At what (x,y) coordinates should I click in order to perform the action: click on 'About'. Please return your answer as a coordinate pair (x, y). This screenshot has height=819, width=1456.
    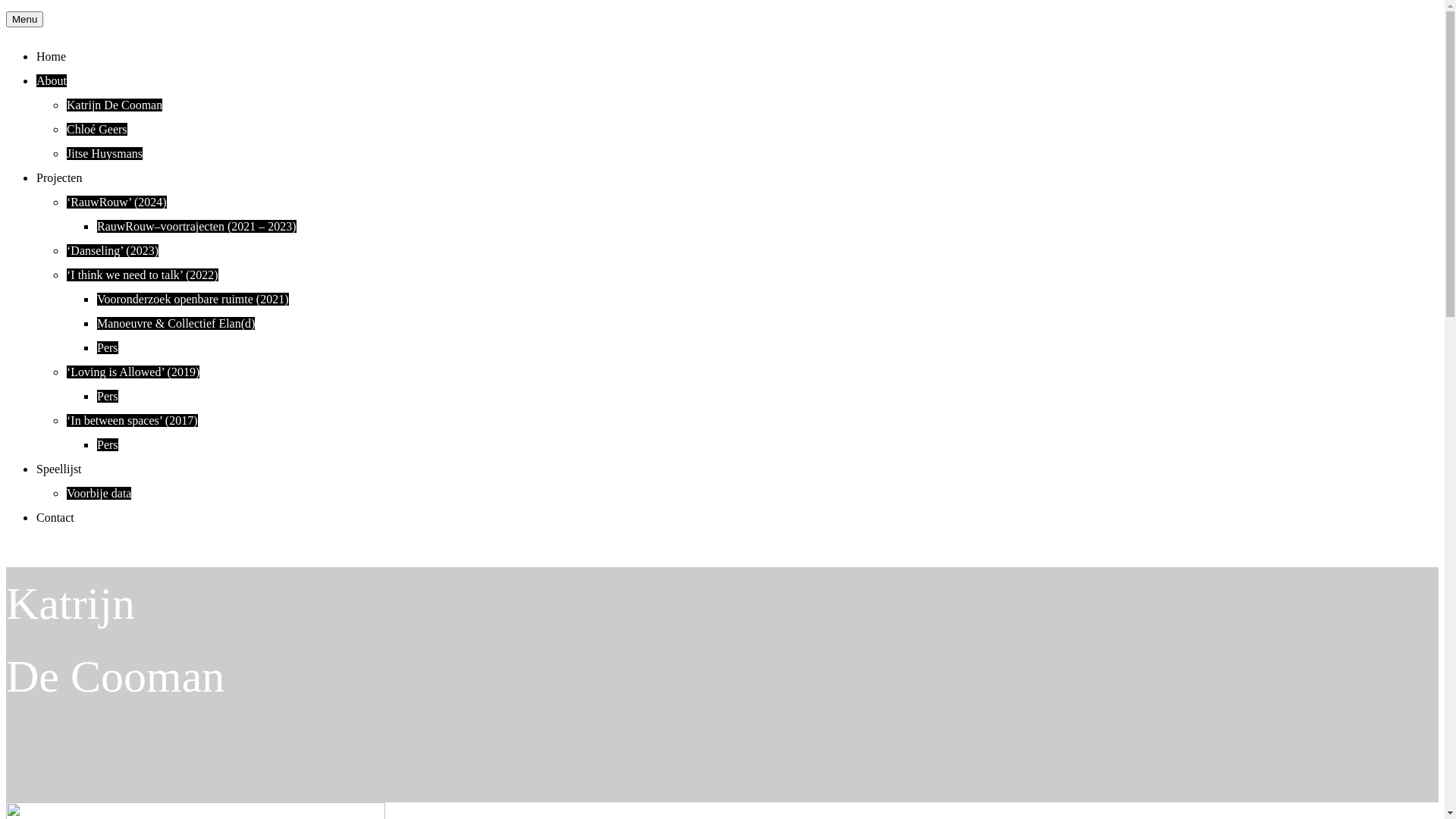
    Looking at the image, I should click on (51, 80).